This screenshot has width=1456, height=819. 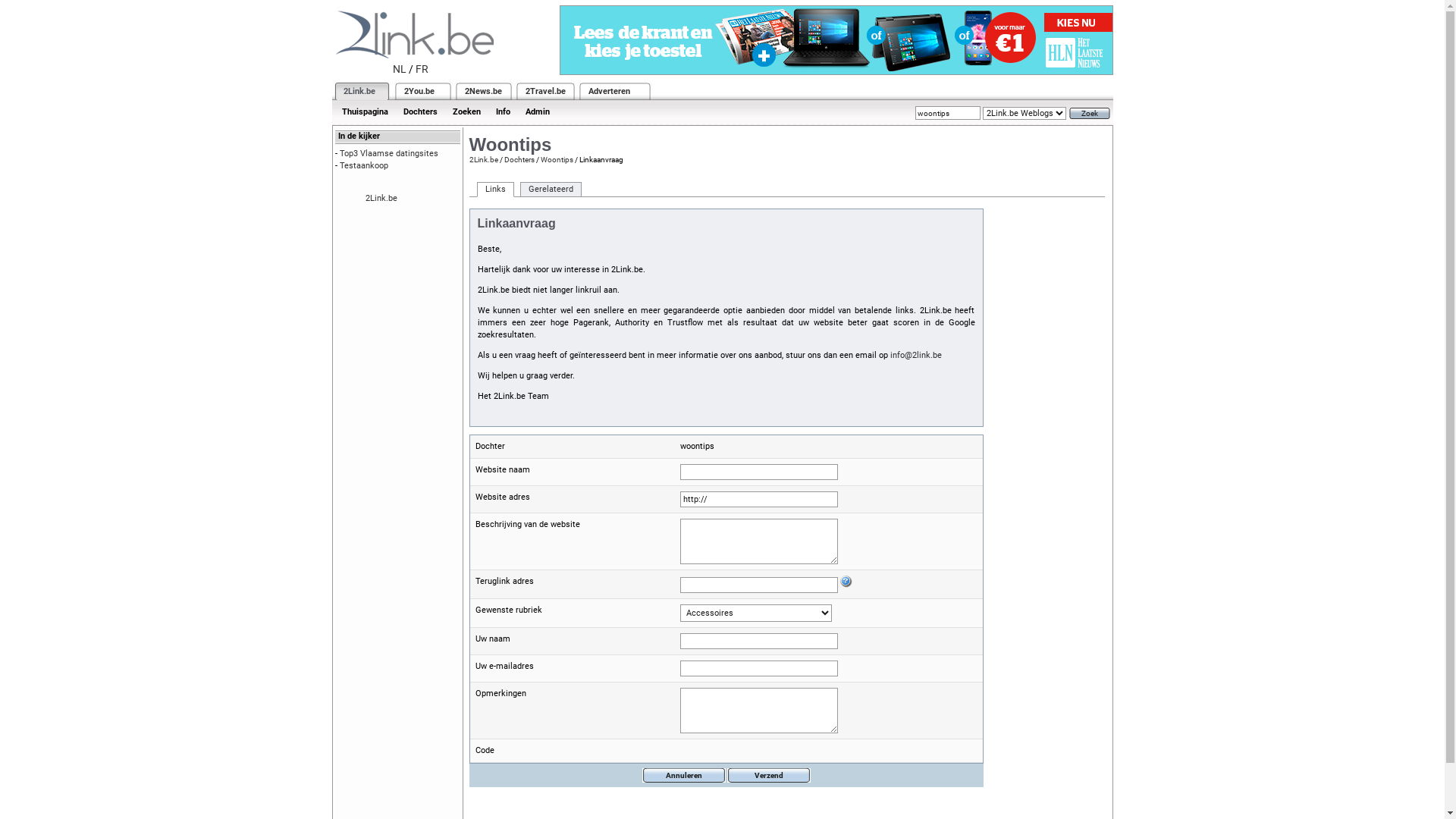 I want to click on 'Zoeken', so click(x=465, y=111).